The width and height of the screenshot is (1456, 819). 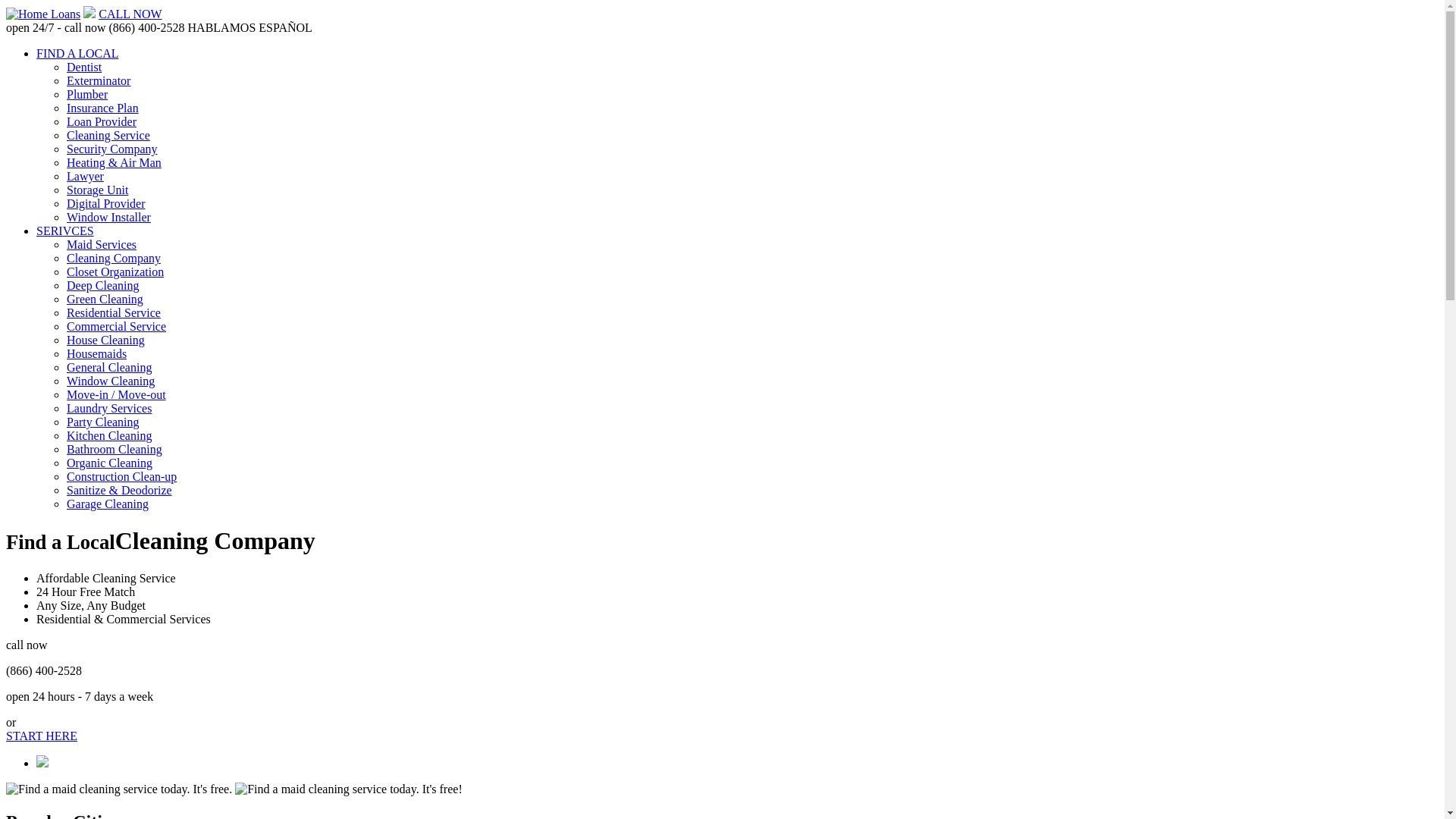 I want to click on 'Security Company', so click(x=111, y=149).